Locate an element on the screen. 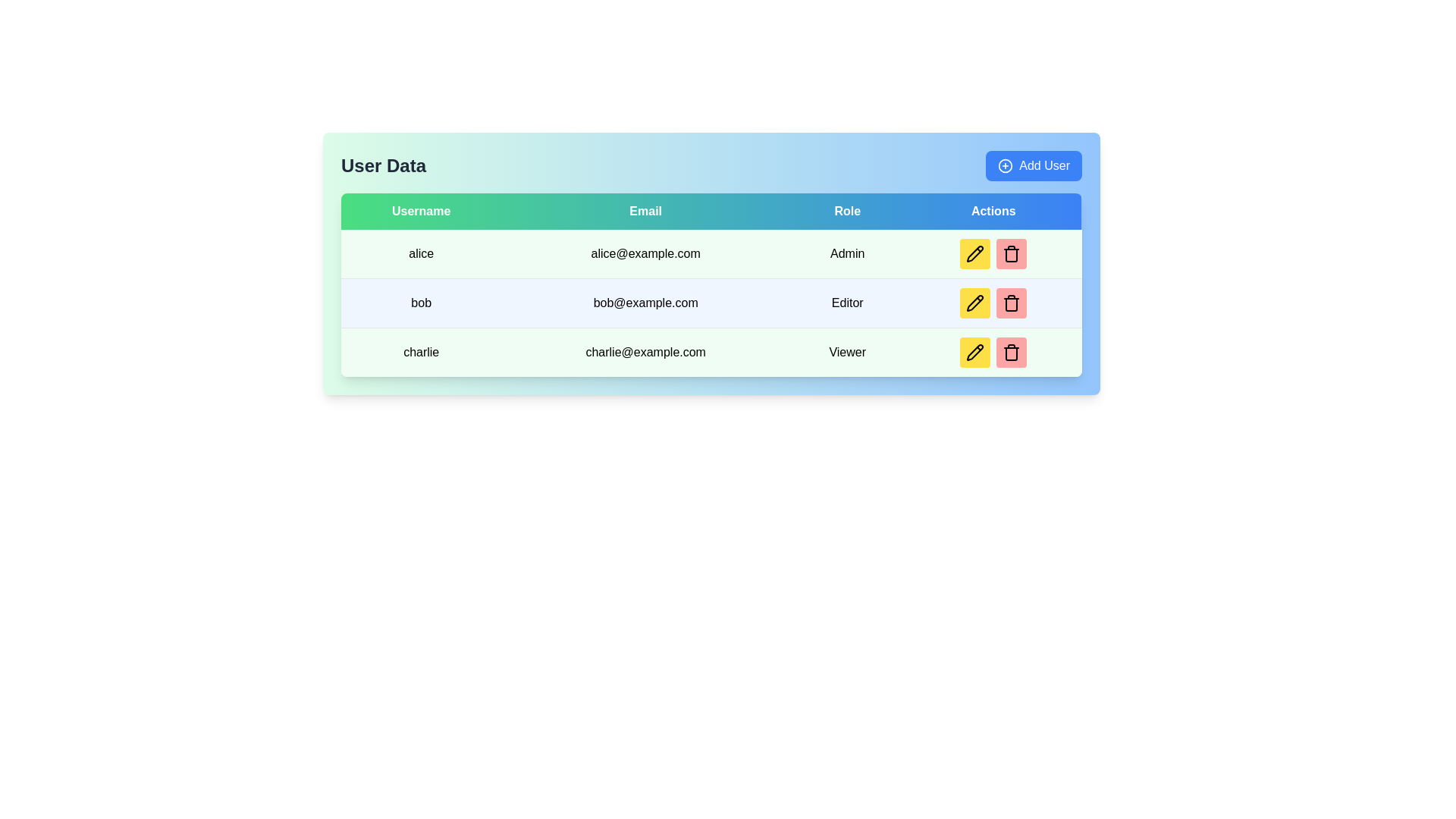  the small circular icon with a plus sign ('+') located inside the 'Add User' button, positioned to the left of the 'Add User' text is located at coordinates (1006, 166).